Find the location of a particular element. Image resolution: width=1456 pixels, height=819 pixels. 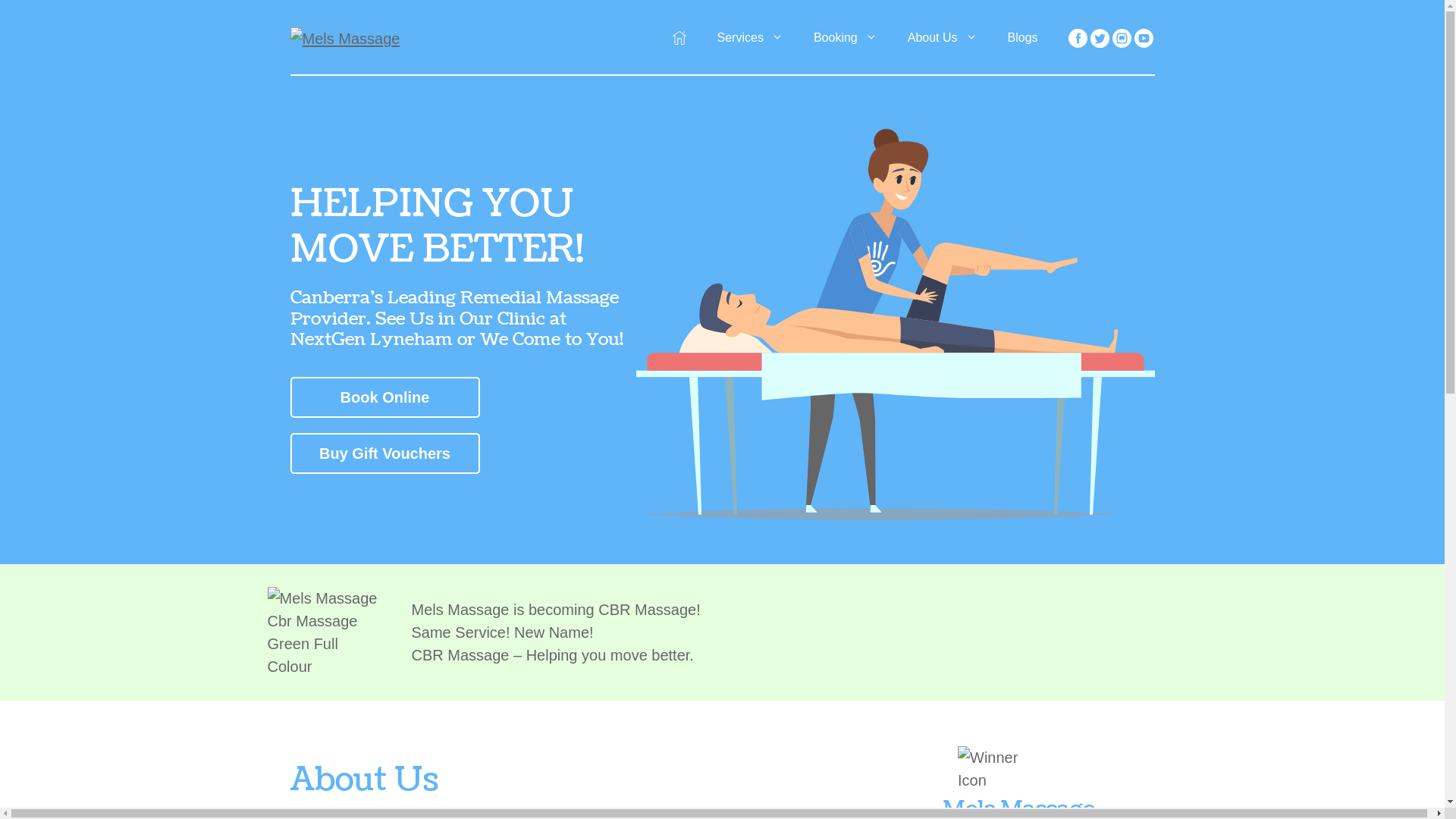

'Blogs' is located at coordinates (1022, 37).